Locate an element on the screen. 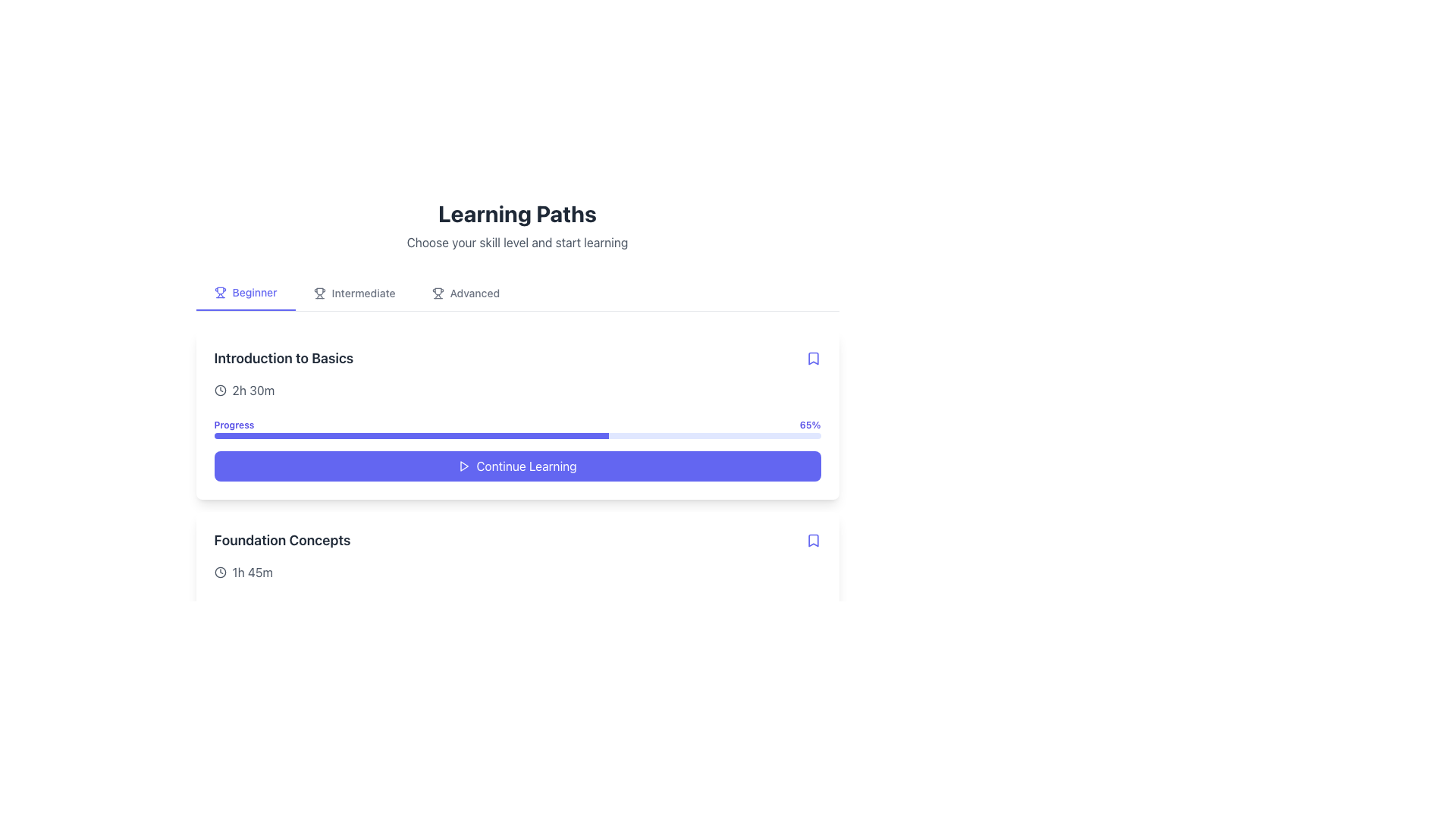 This screenshot has height=819, width=1456. the play icon, which is a small triangular shape located within the 'Continue Learning' section, to initiate playback is located at coordinates (464, 465).